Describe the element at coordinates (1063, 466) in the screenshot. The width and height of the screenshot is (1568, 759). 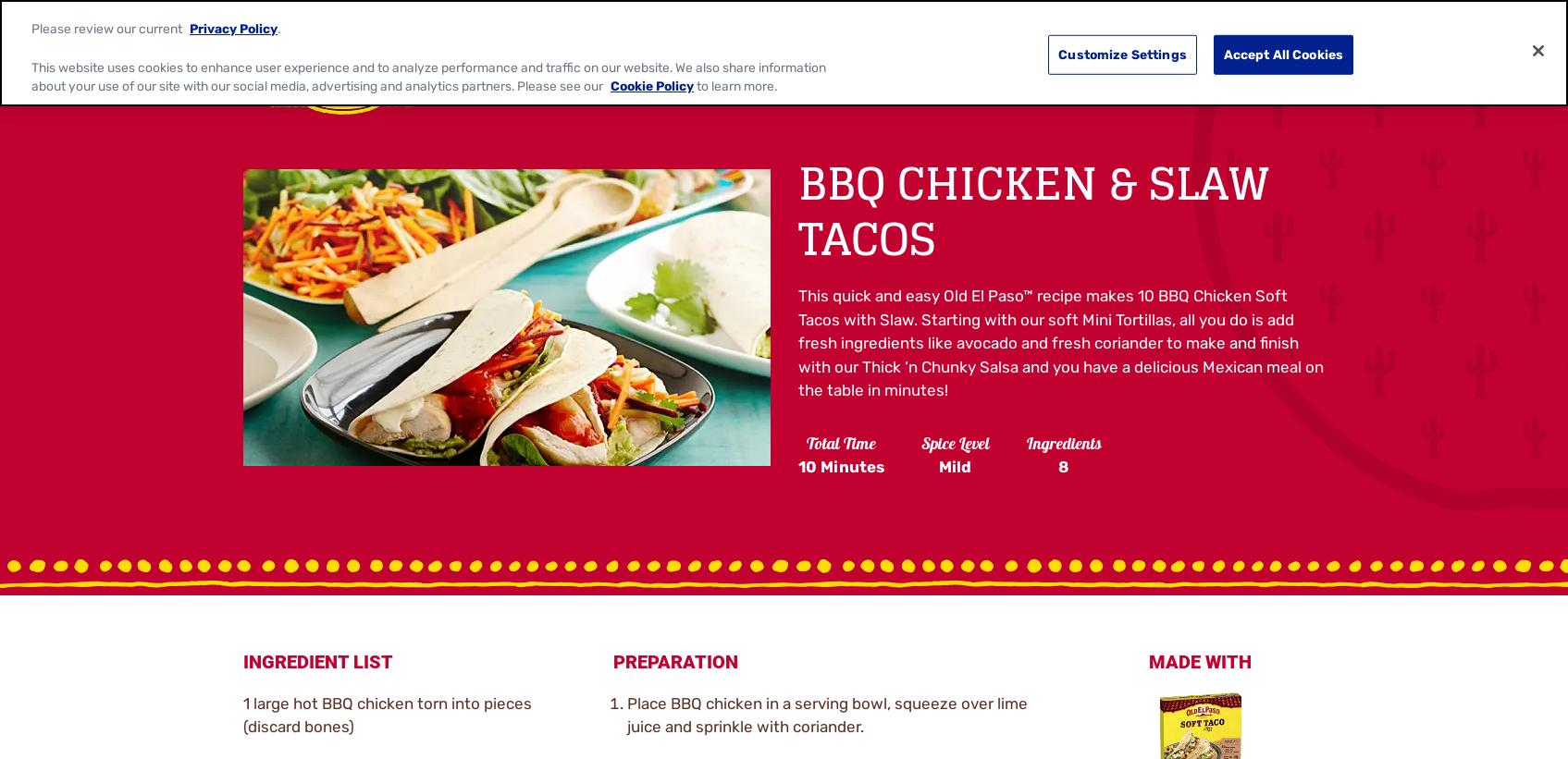
I see `'8'` at that location.